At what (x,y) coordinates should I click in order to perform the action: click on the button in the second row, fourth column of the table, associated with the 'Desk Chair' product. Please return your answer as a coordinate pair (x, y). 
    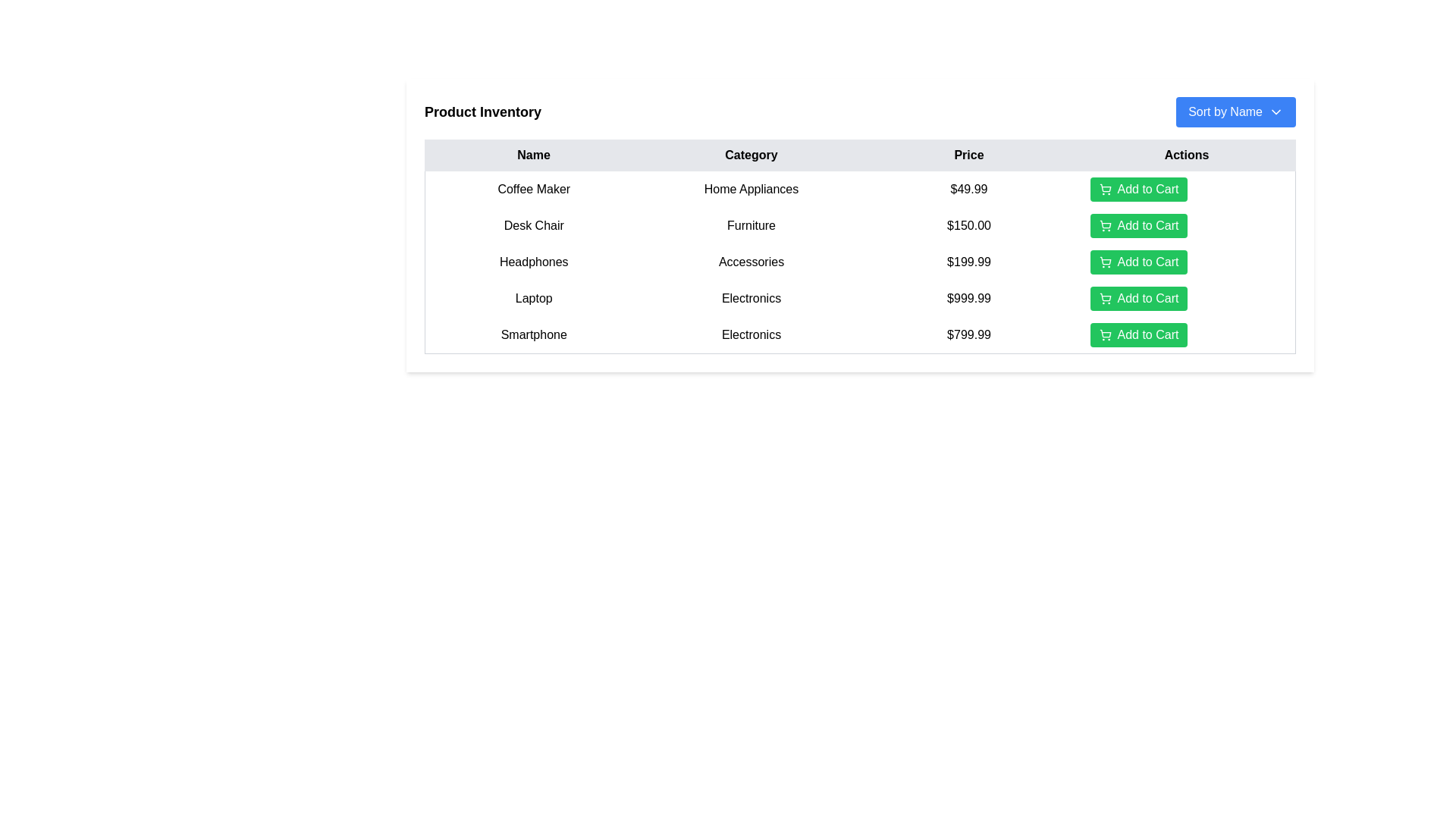
    Looking at the image, I should click on (1185, 225).